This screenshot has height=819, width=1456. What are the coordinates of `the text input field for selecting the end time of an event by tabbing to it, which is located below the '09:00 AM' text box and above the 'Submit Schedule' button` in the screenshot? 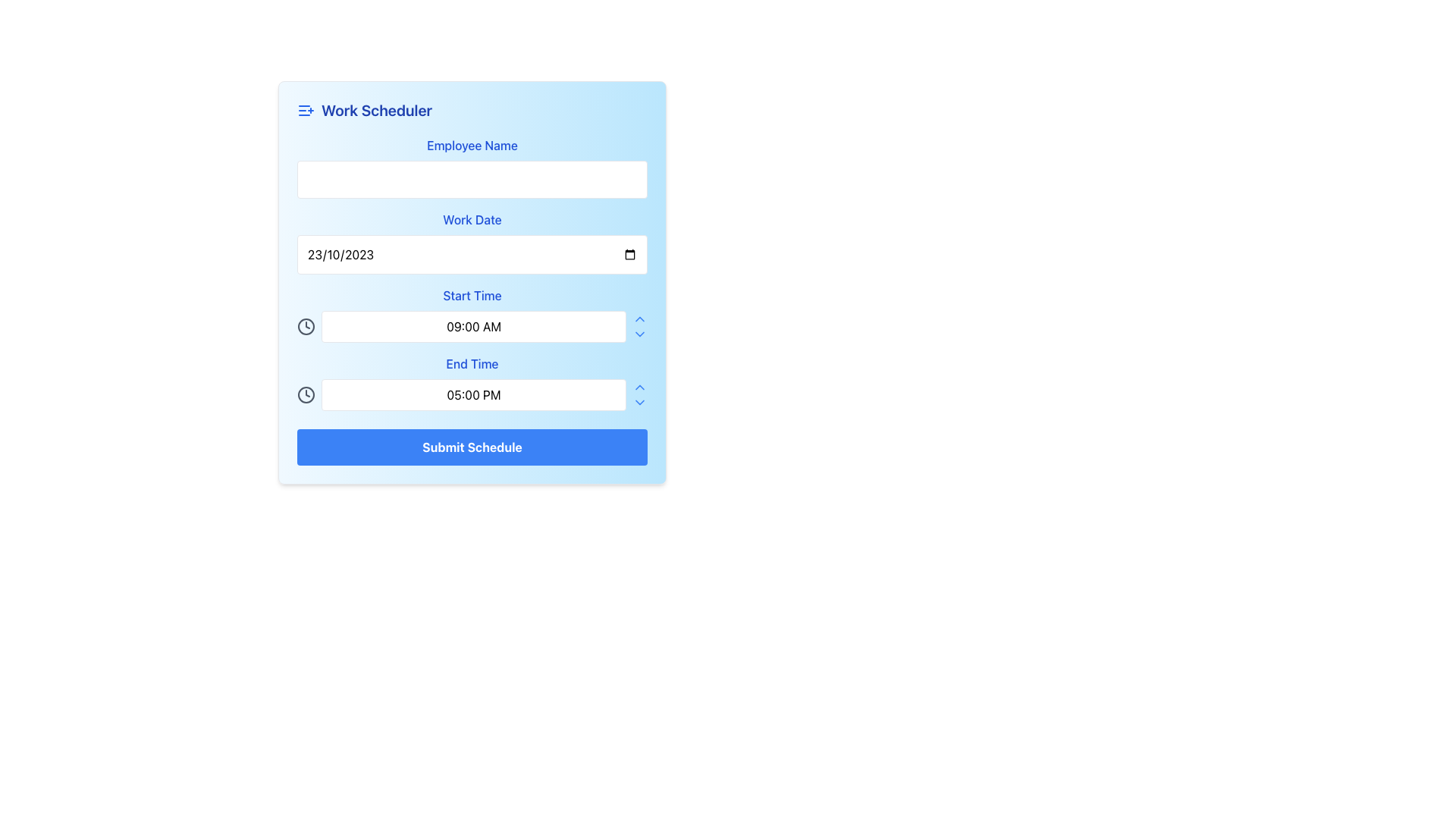 It's located at (472, 394).